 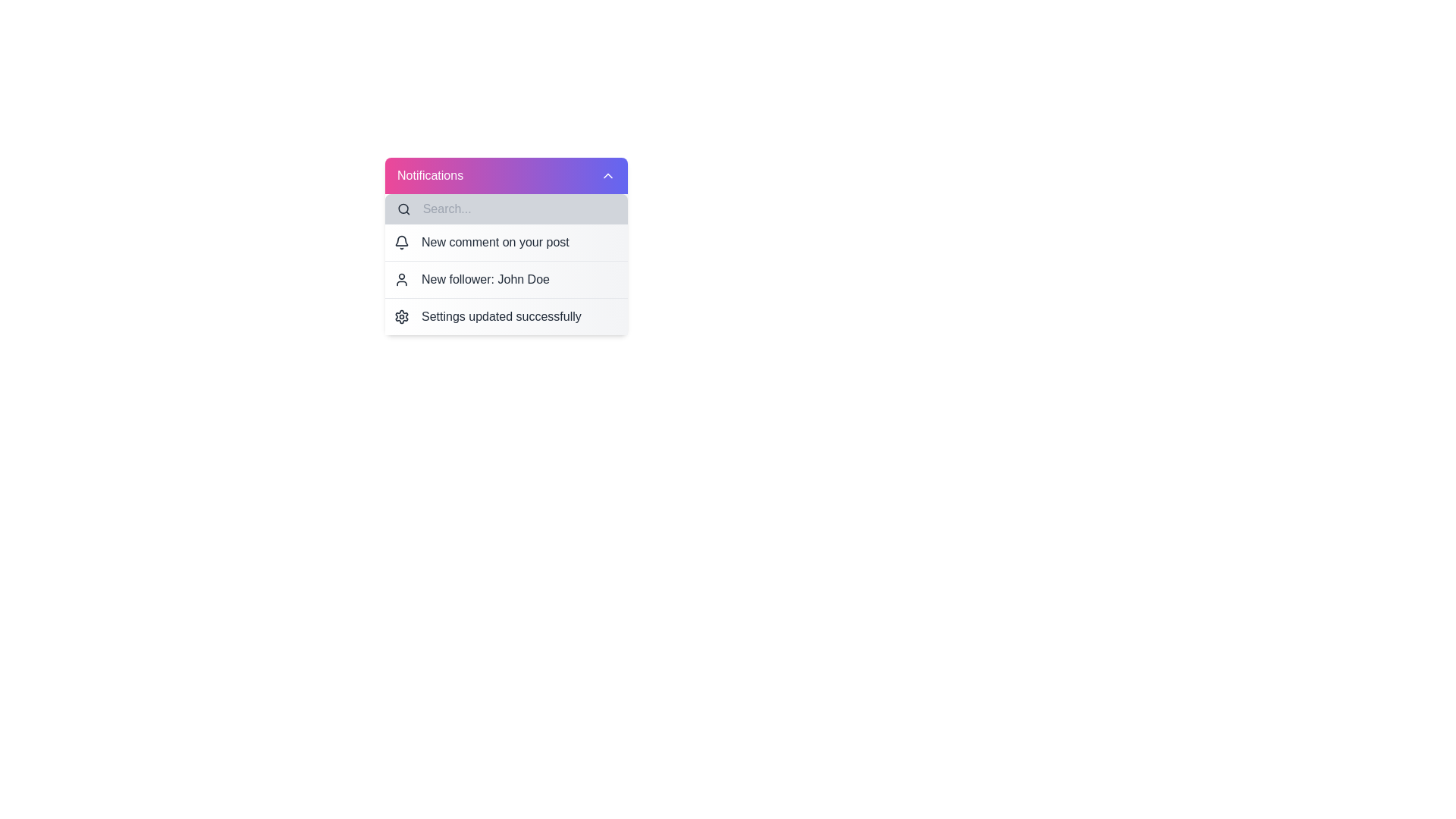 What do you see at coordinates (506, 279) in the screenshot?
I see `the notification item New follower: John Doe to highlight it` at bounding box center [506, 279].